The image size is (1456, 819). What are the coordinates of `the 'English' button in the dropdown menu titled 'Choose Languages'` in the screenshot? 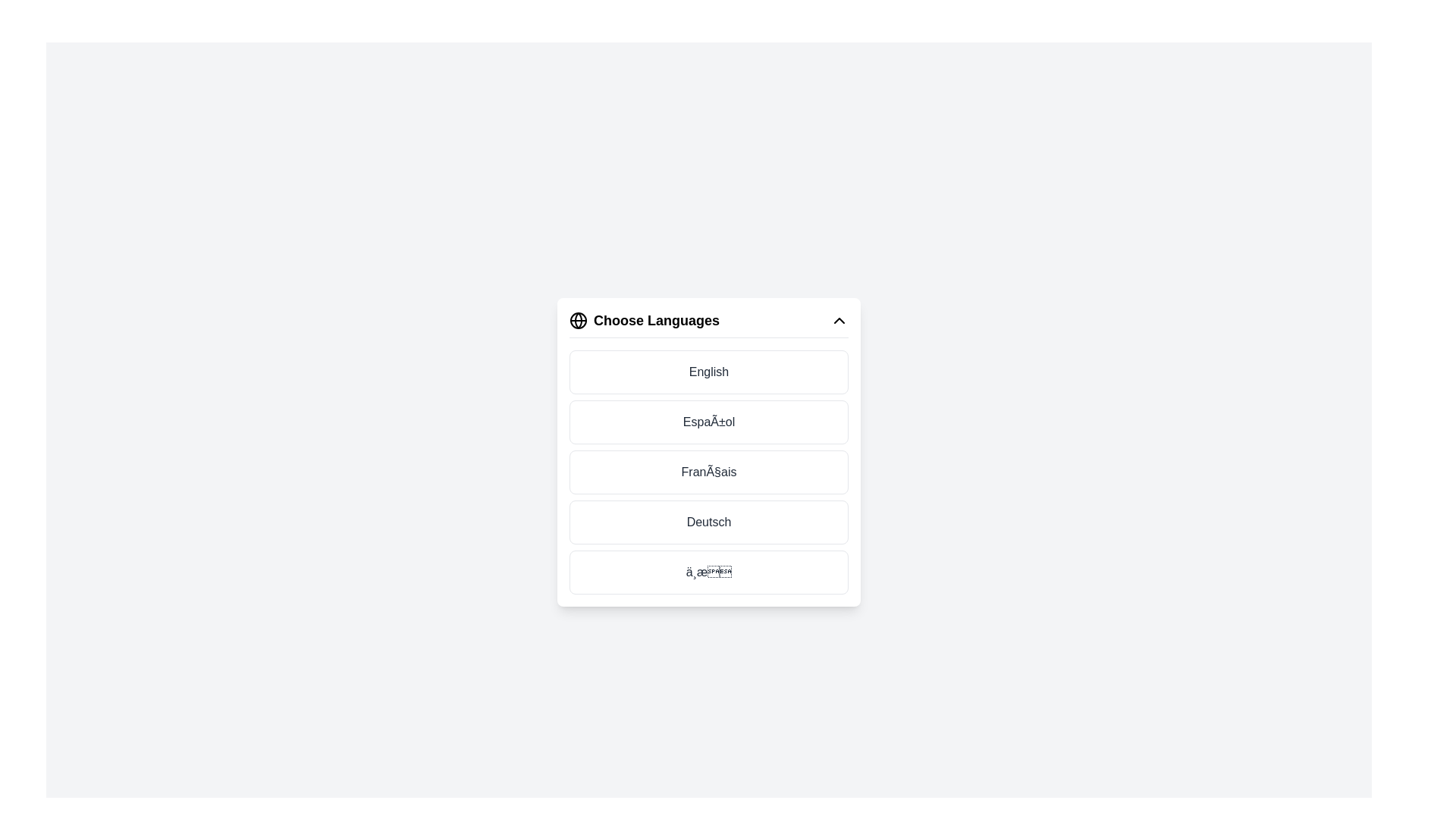 It's located at (708, 372).